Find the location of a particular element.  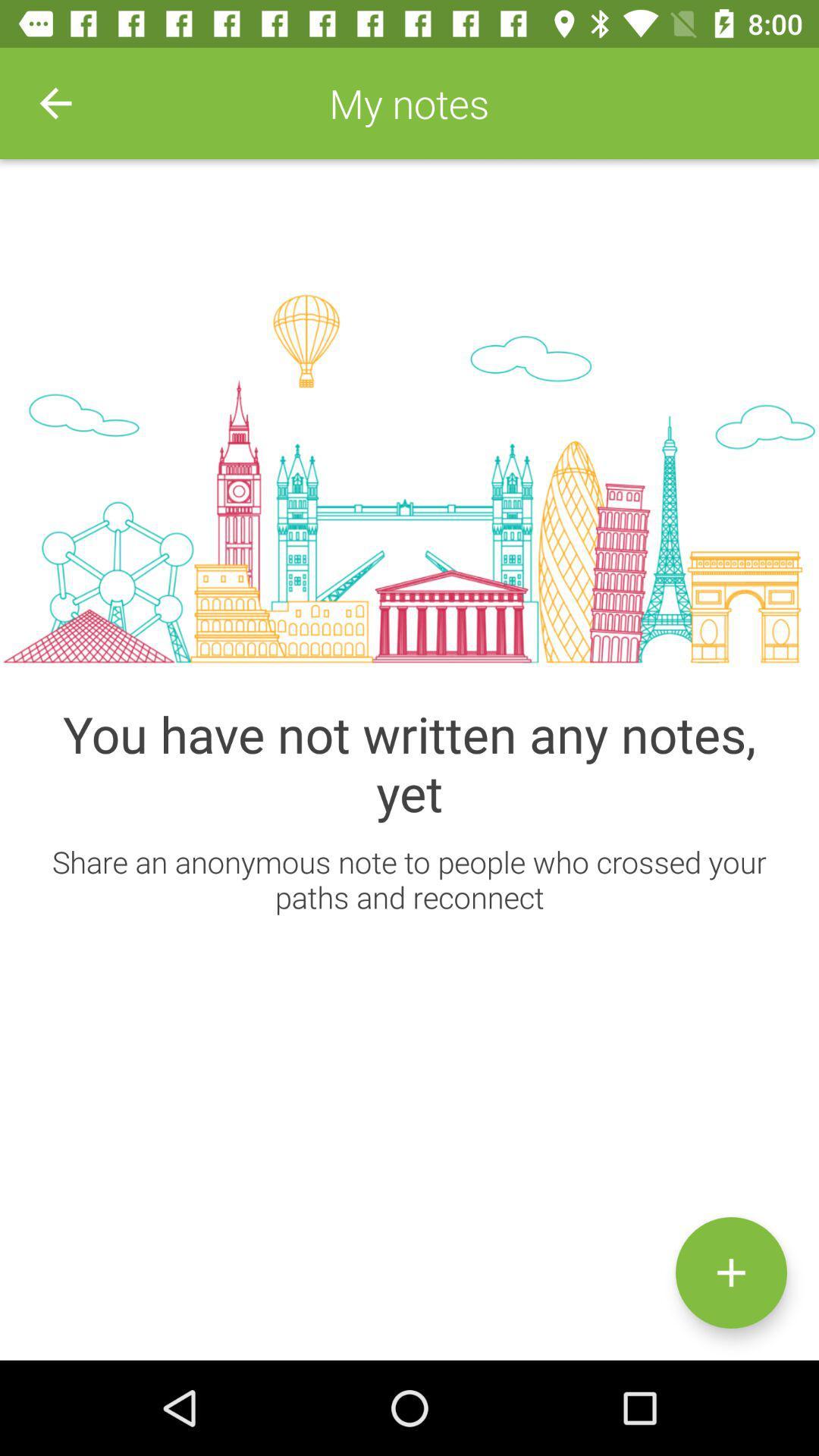

the add icon is located at coordinates (730, 1272).